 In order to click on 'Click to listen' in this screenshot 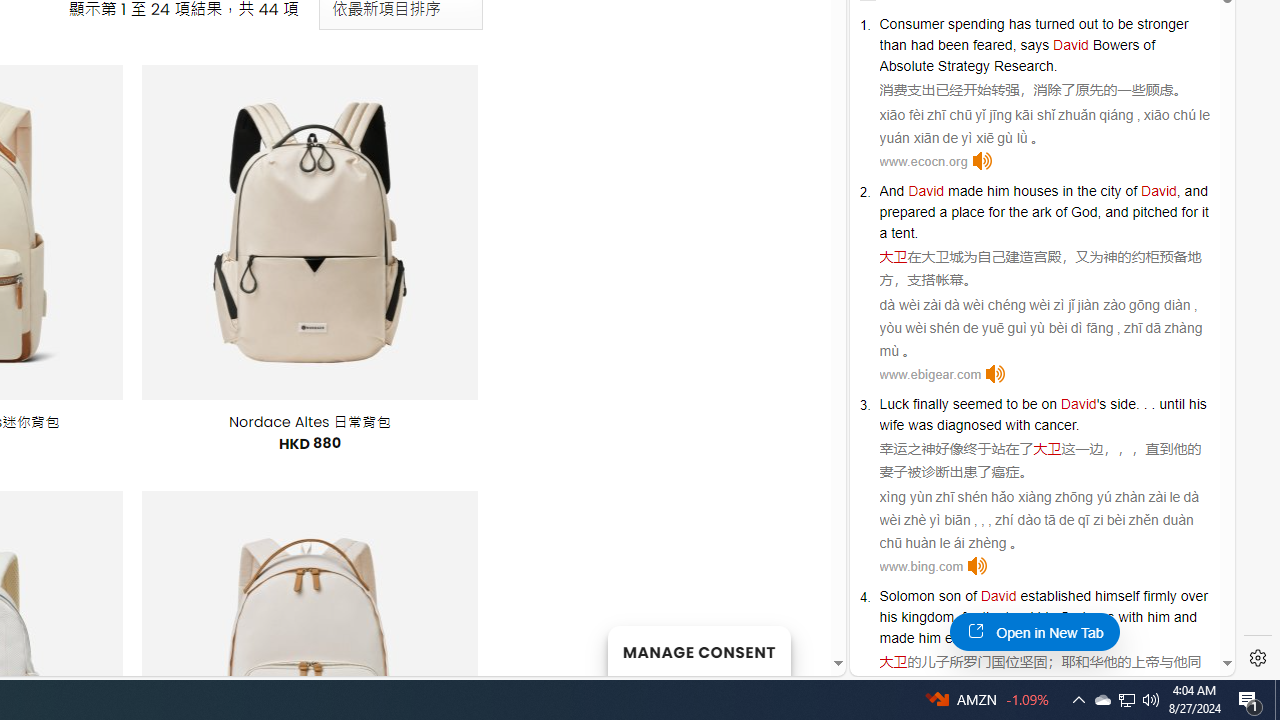, I will do `click(977, 566)`.